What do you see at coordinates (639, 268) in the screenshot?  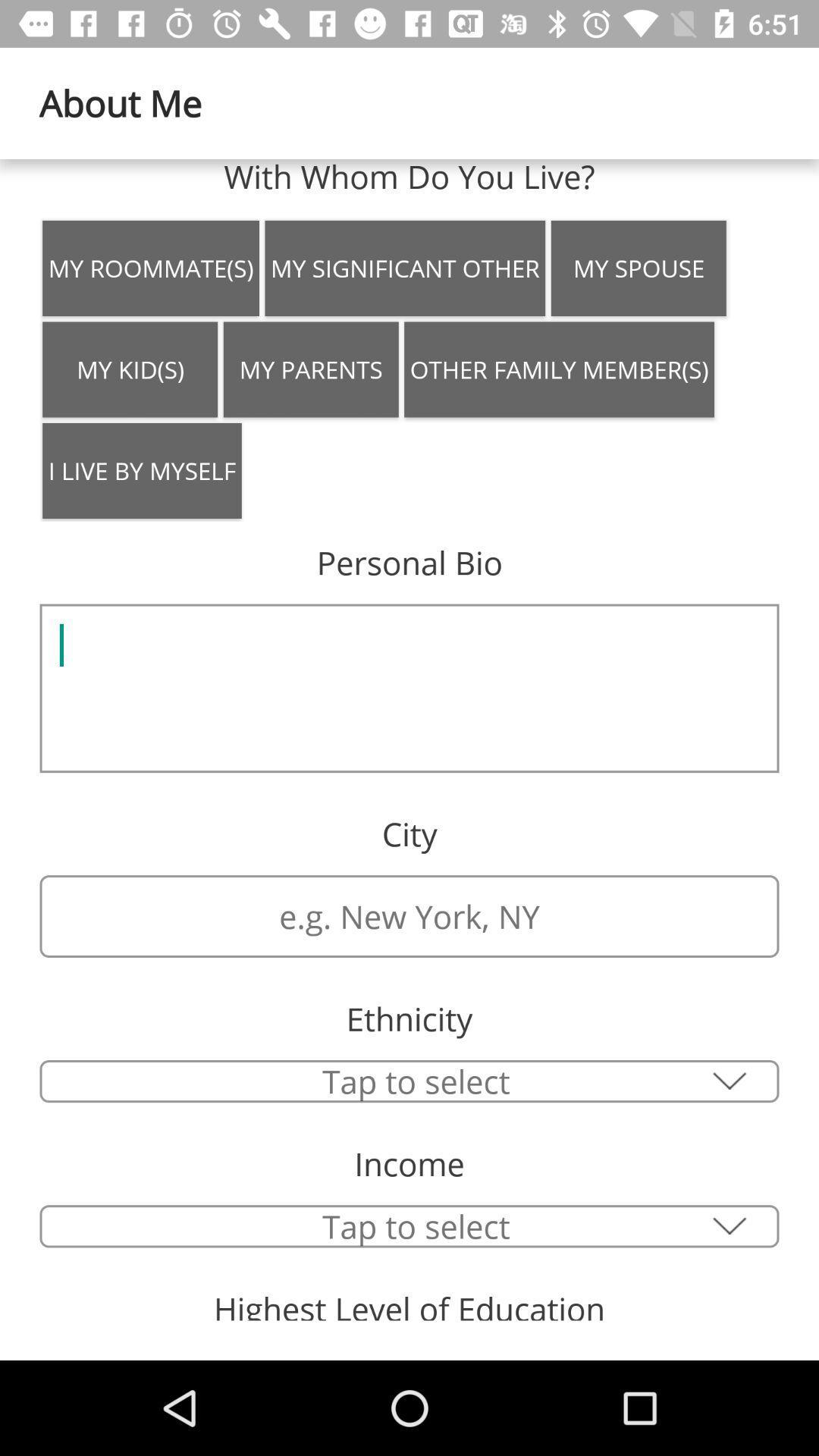 I see `the icon to the right of my significant other item` at bounding box center [639, 268].